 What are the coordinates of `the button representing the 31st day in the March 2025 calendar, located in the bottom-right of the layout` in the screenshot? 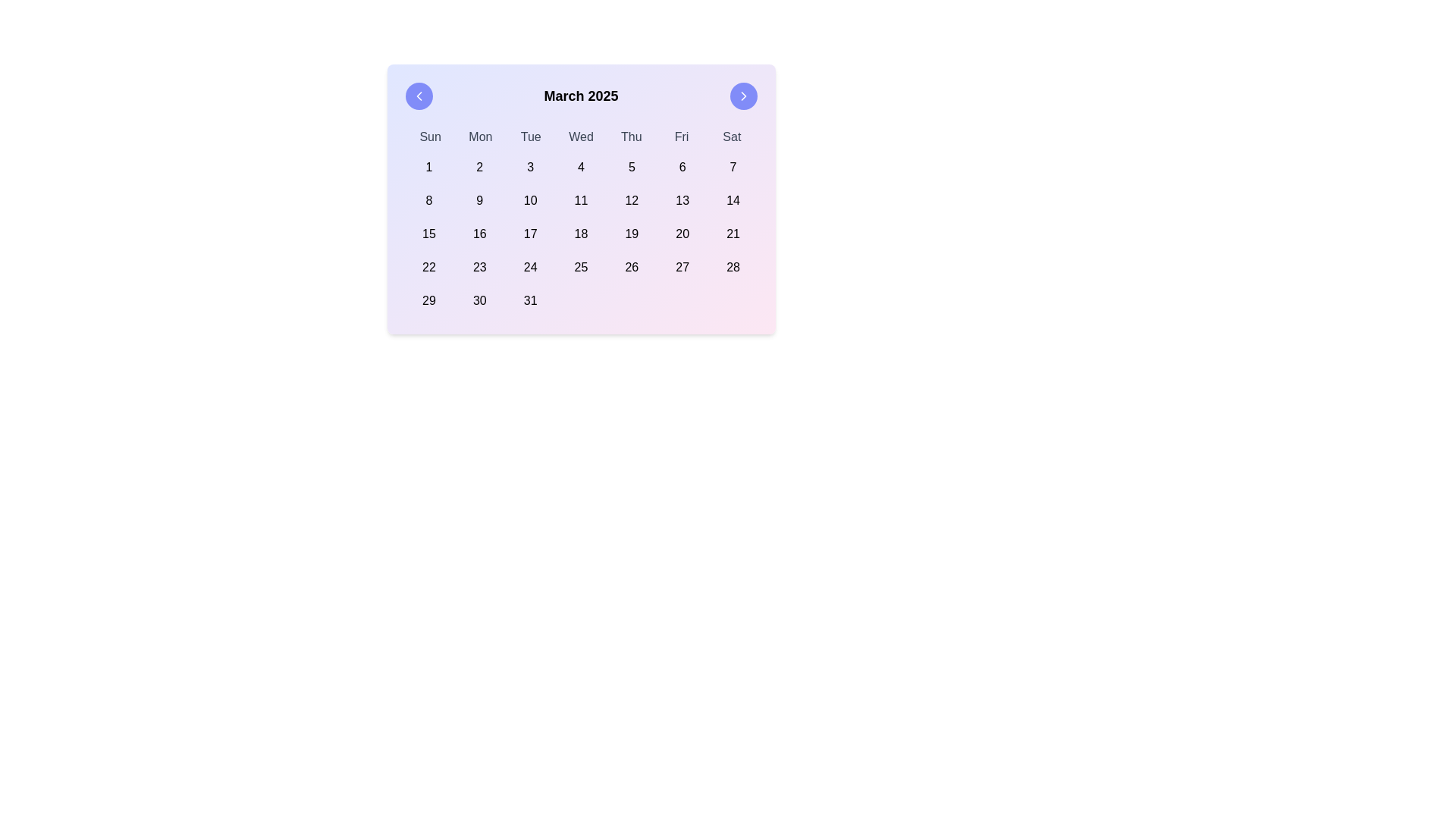 It's located at (530, 301).